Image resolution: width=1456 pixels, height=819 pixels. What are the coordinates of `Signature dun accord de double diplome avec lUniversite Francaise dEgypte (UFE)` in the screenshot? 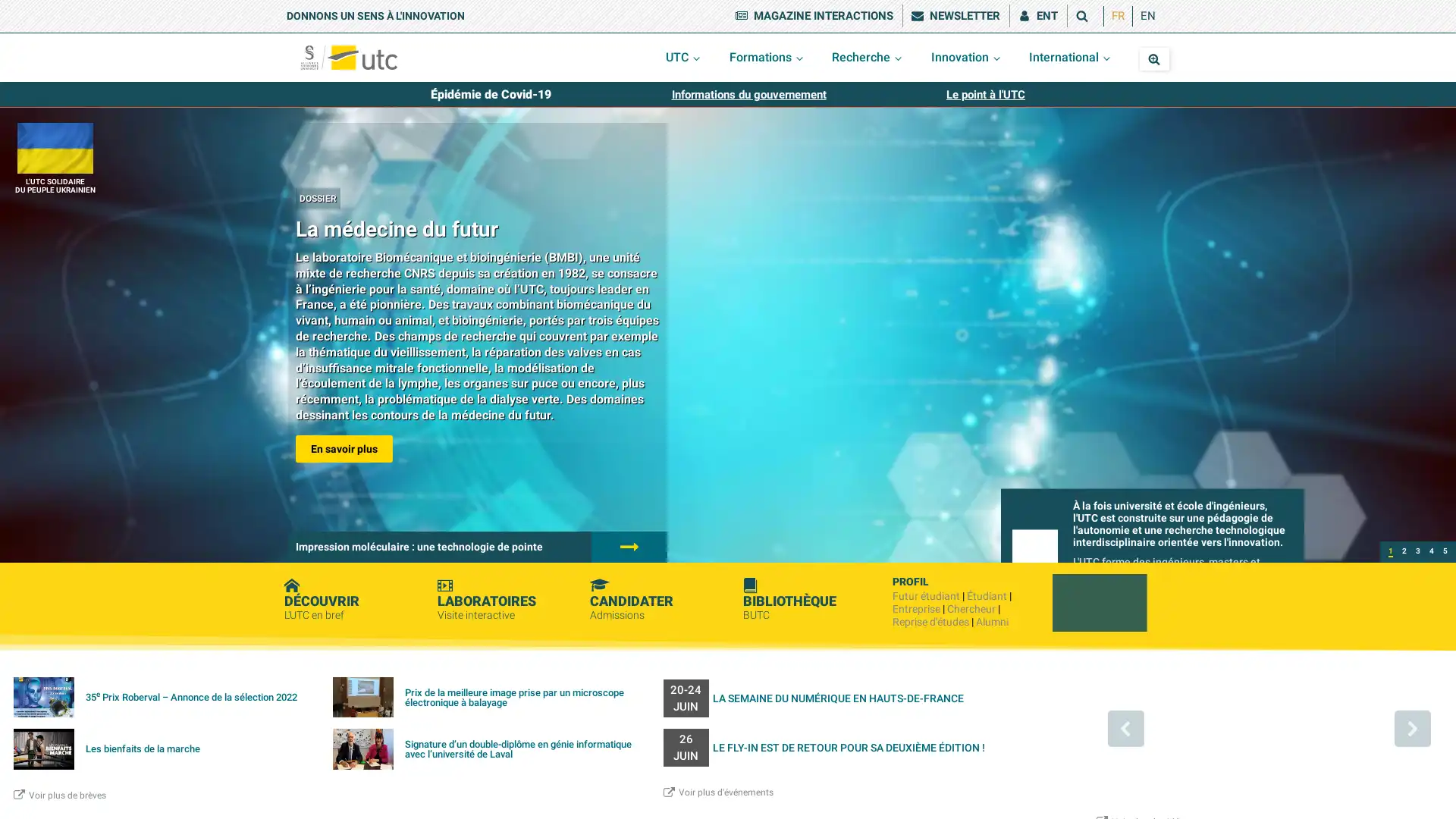 It's located at (1444, 552).